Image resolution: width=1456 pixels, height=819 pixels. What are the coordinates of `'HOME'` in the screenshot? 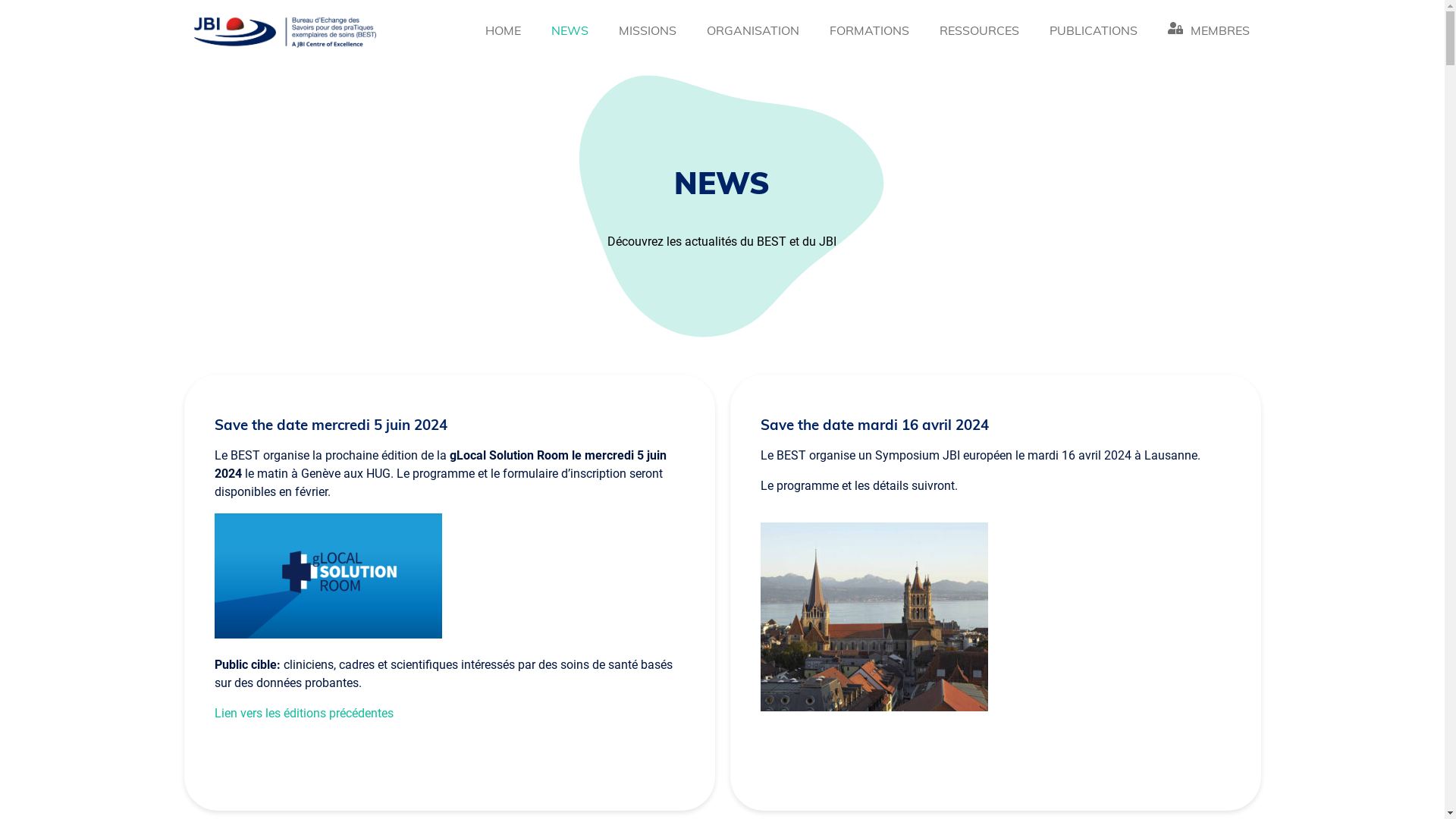 It's located at (503, 32).